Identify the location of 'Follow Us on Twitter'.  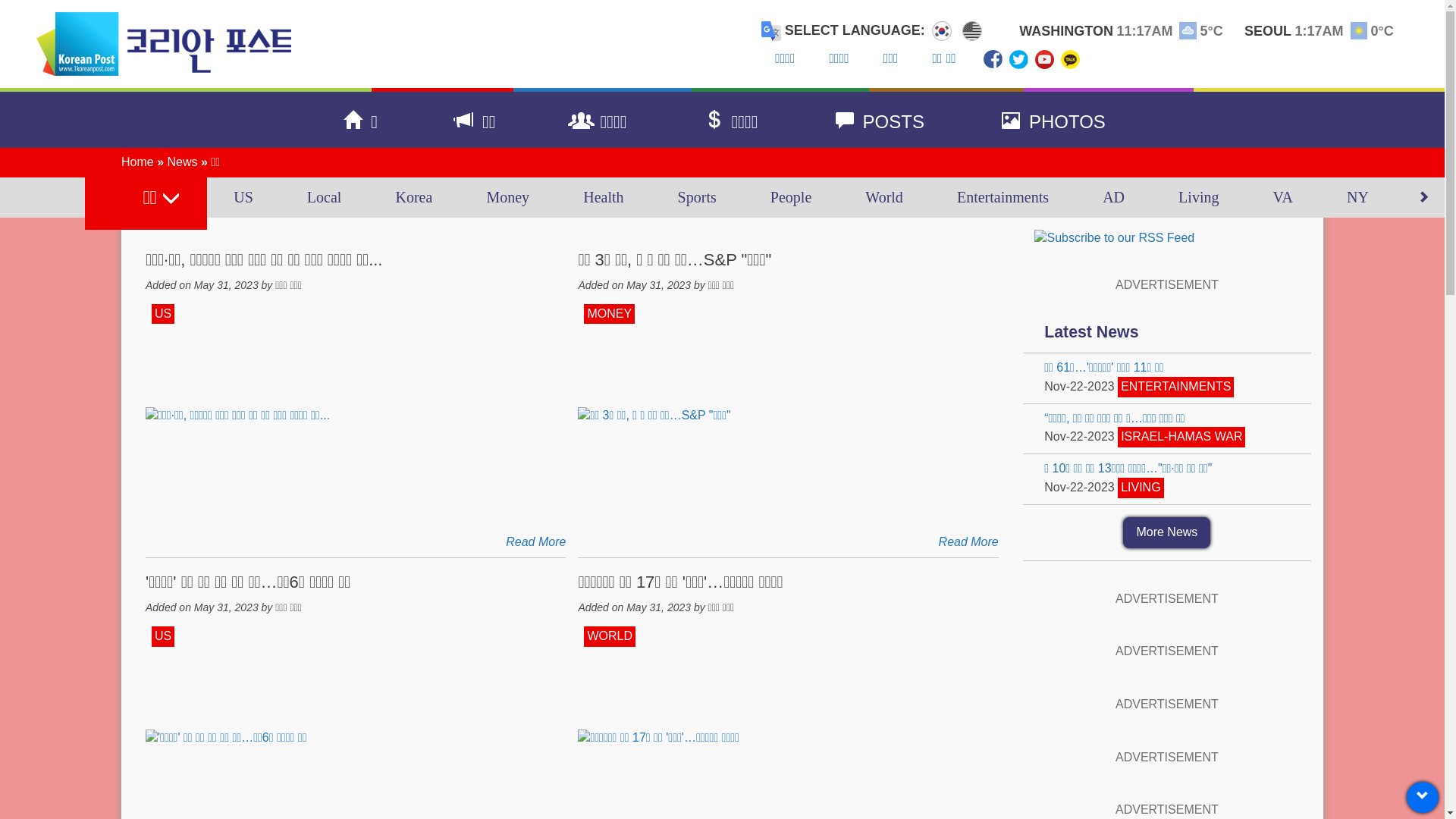
(1018, 58).